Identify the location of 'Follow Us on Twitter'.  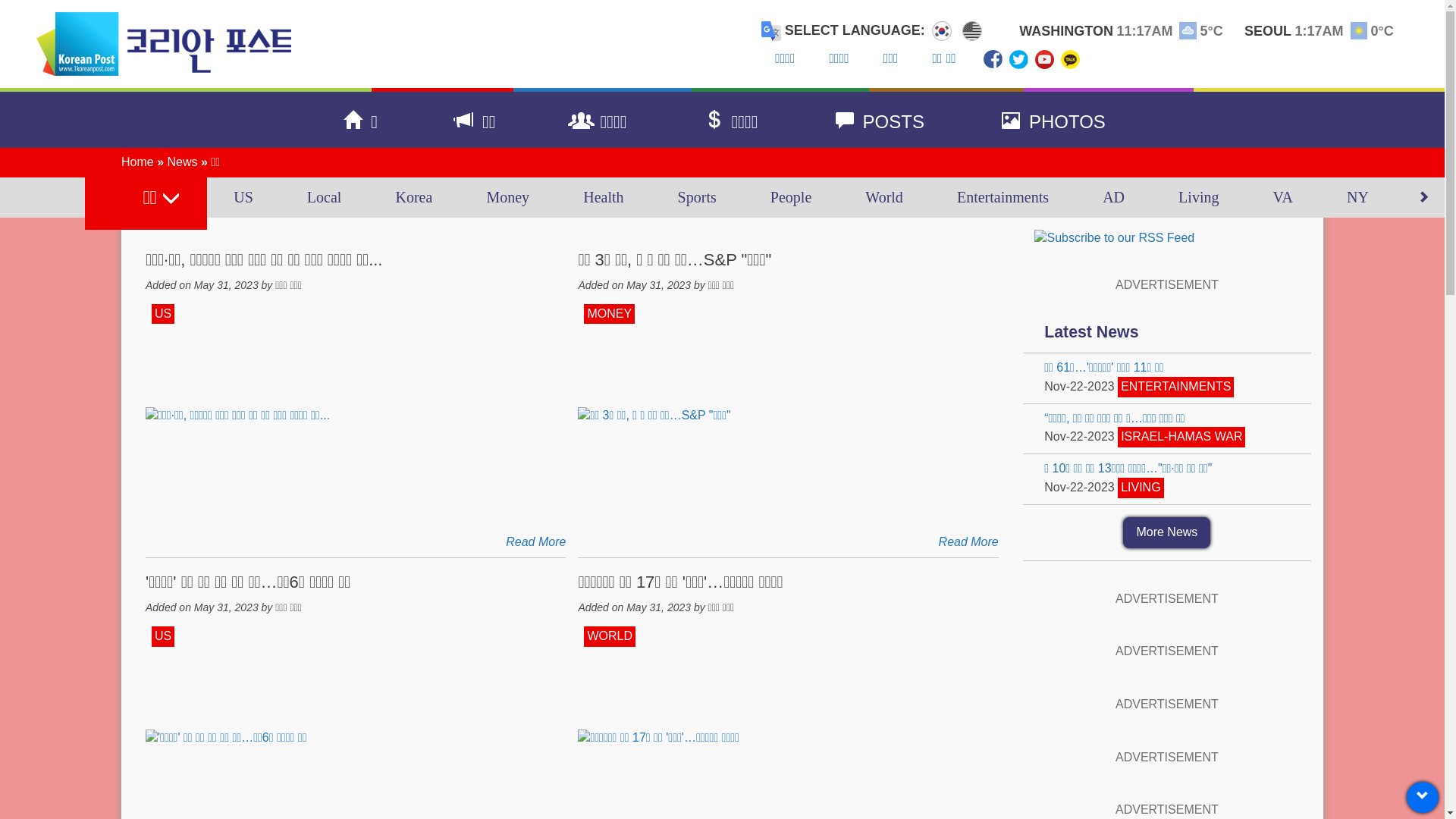
(1018, 58).